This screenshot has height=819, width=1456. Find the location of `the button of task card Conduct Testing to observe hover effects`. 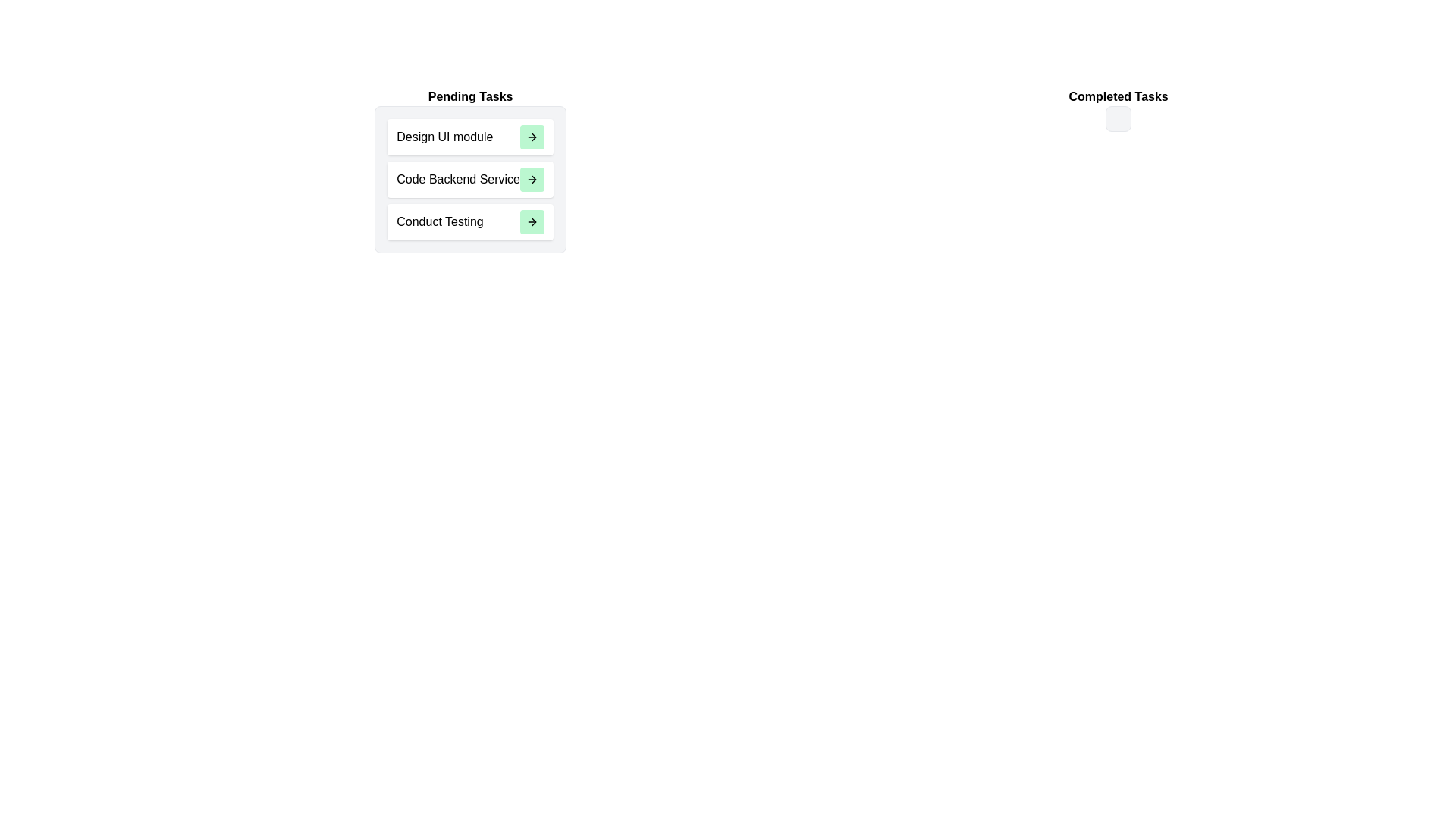

the button of task card Conduct Testing to observe hover effects is located at coordinates (532, 222).